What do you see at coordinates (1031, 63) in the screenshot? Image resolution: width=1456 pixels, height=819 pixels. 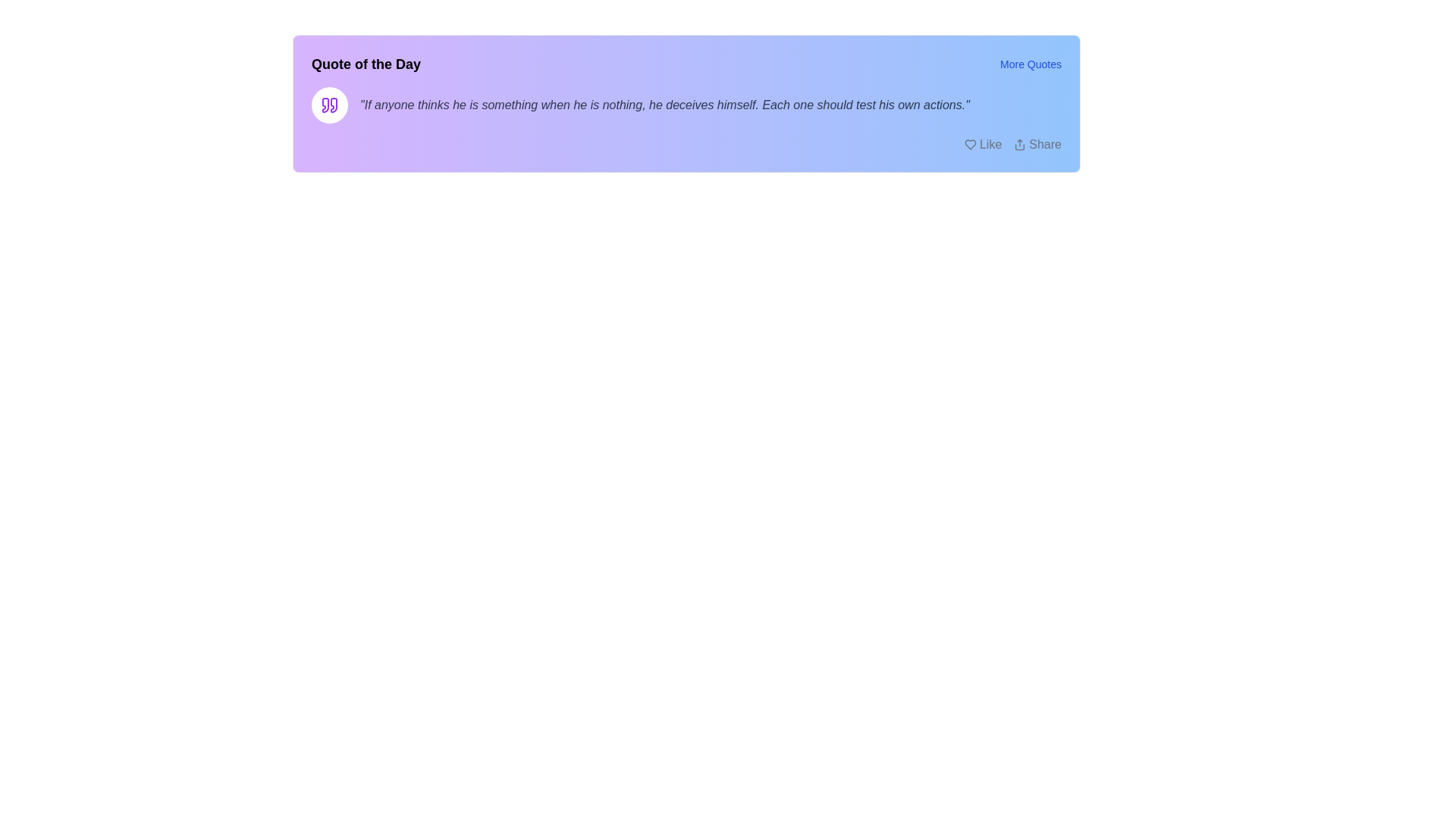 I see `the 'More Quotes' hyperlink` at bounding box center [1031, 63].